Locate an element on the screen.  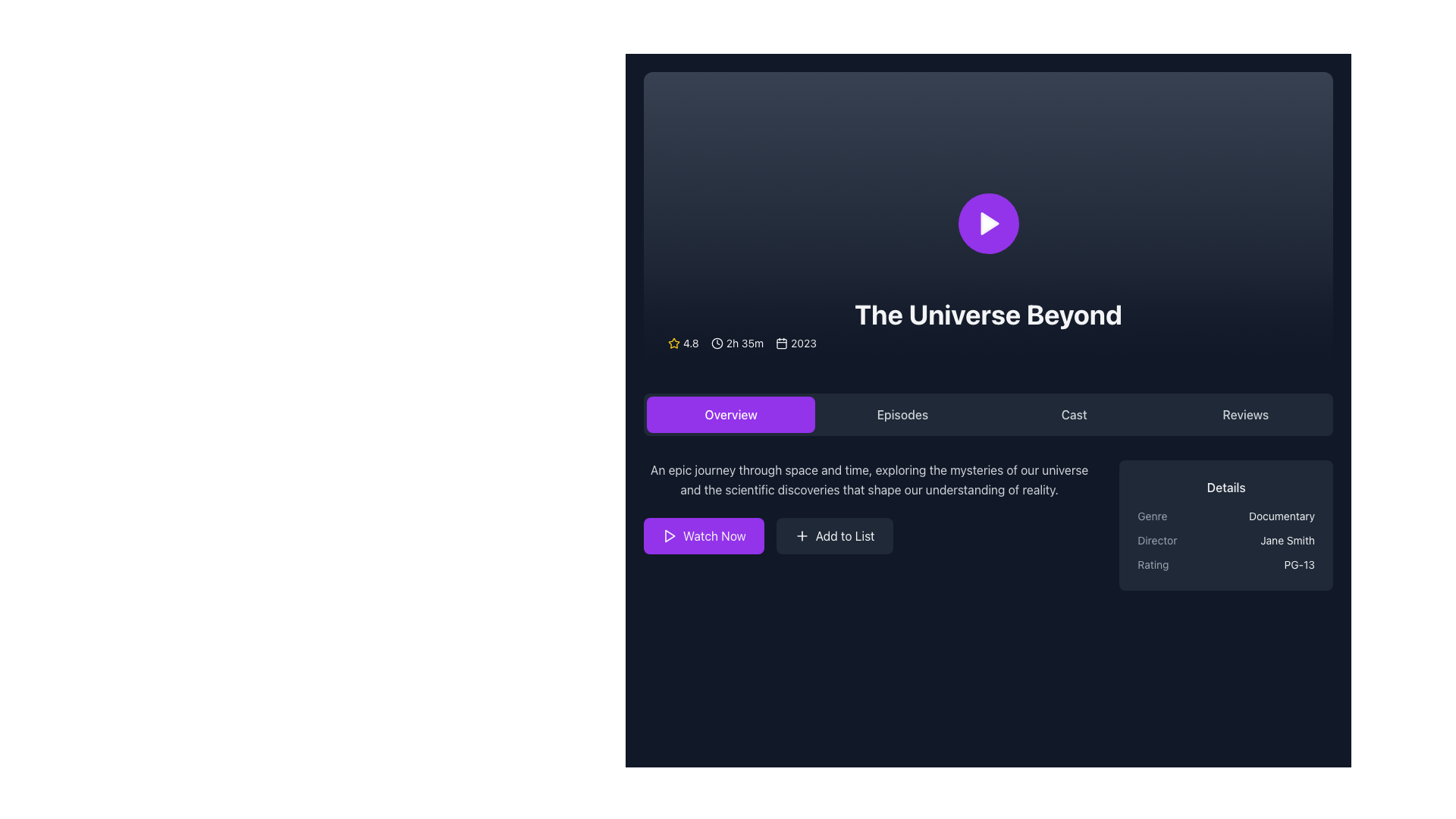
the rectangular button with a purple background and white text that reads 'Overview' is located at coordinates (731, 415).